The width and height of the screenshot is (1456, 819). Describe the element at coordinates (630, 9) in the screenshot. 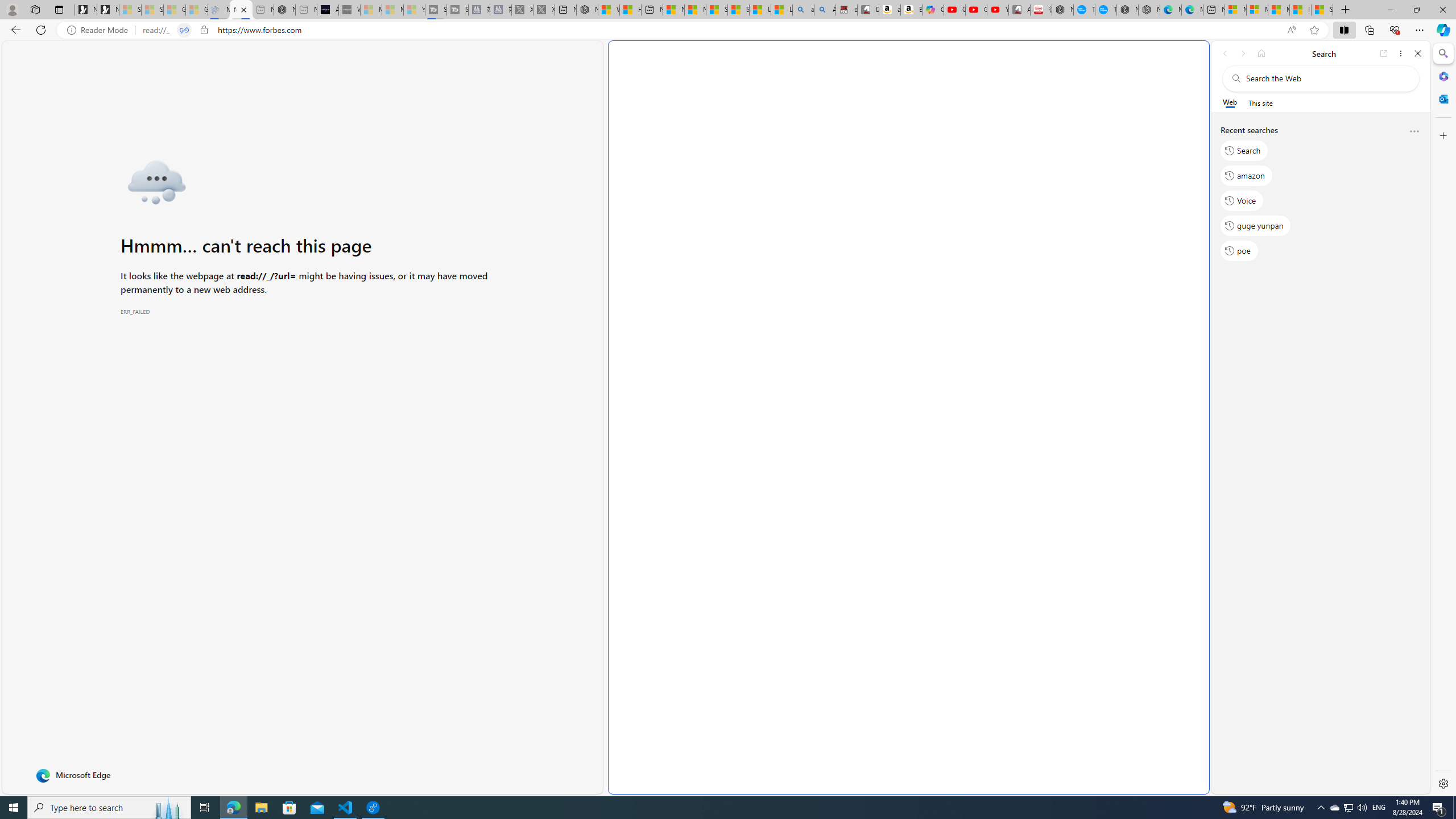

I see `'Huge shark washes ashore at New York City beach | Watch'` at that location.